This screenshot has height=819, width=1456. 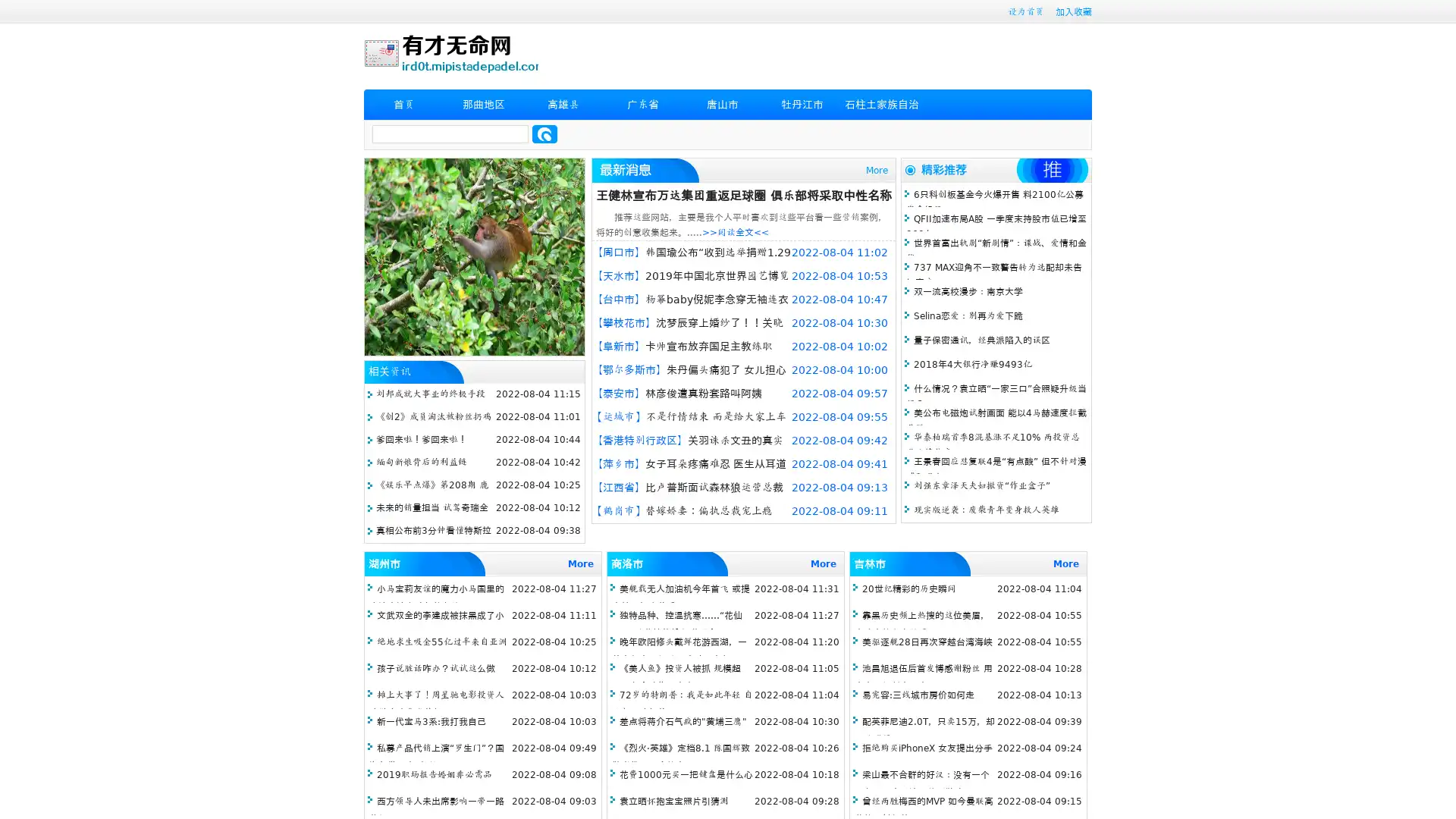 I want to click on Search, so click(x=544, y=133).